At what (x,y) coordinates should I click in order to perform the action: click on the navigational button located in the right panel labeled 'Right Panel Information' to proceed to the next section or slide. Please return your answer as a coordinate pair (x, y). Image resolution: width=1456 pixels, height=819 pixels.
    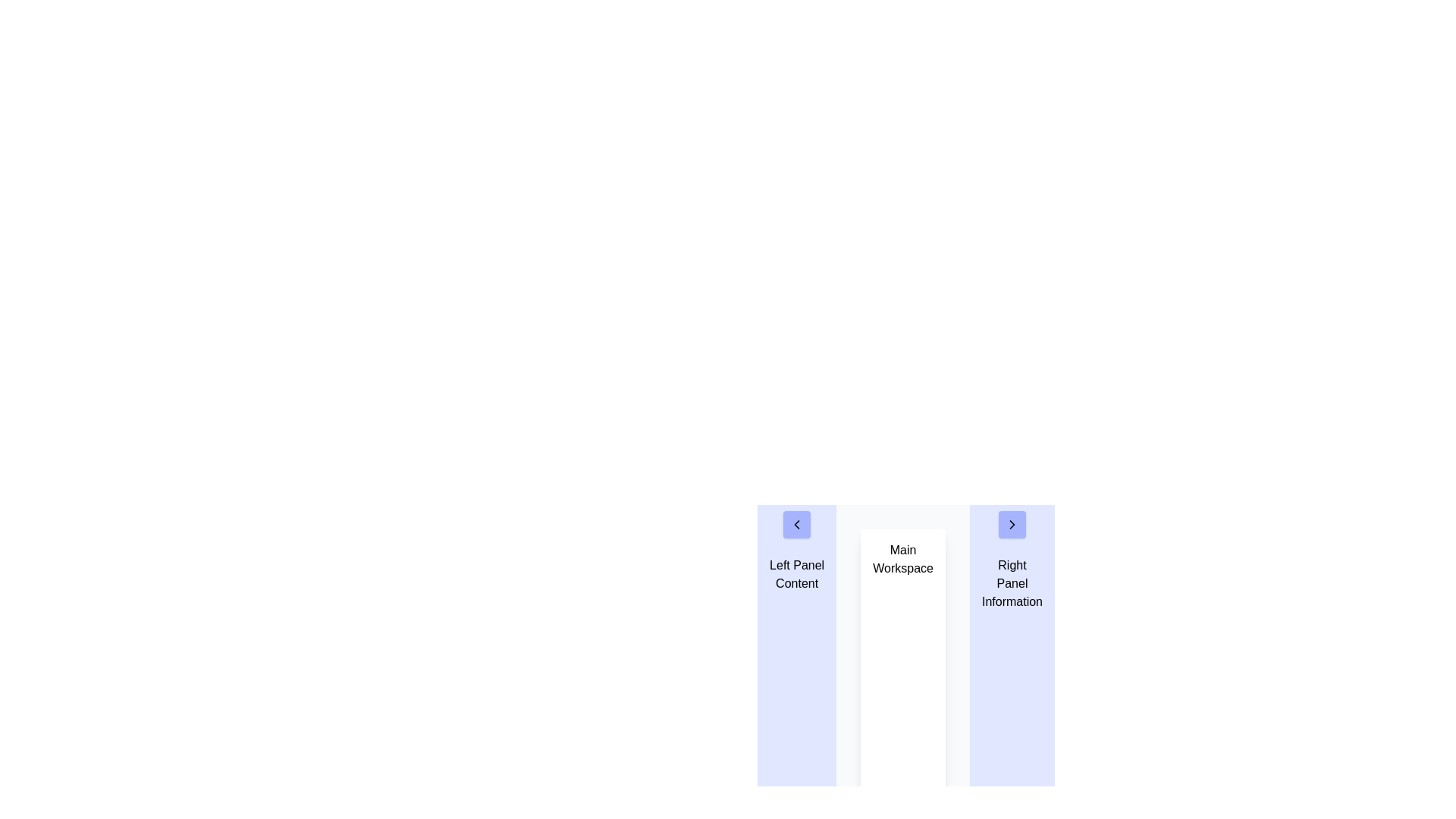
    Looking at the image, I should click on (1012, 523).